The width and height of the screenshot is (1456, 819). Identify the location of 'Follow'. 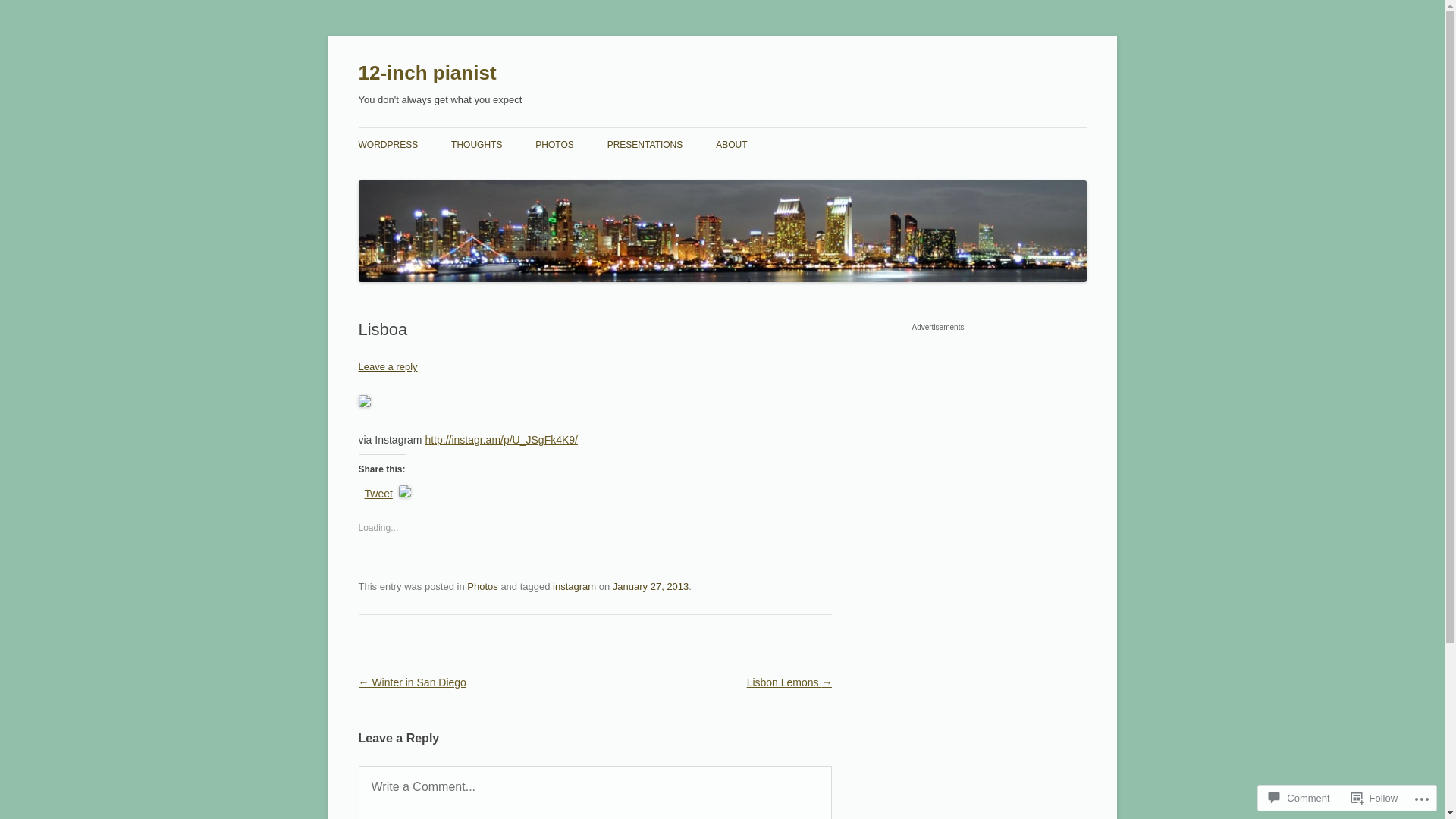
(1375, 797).